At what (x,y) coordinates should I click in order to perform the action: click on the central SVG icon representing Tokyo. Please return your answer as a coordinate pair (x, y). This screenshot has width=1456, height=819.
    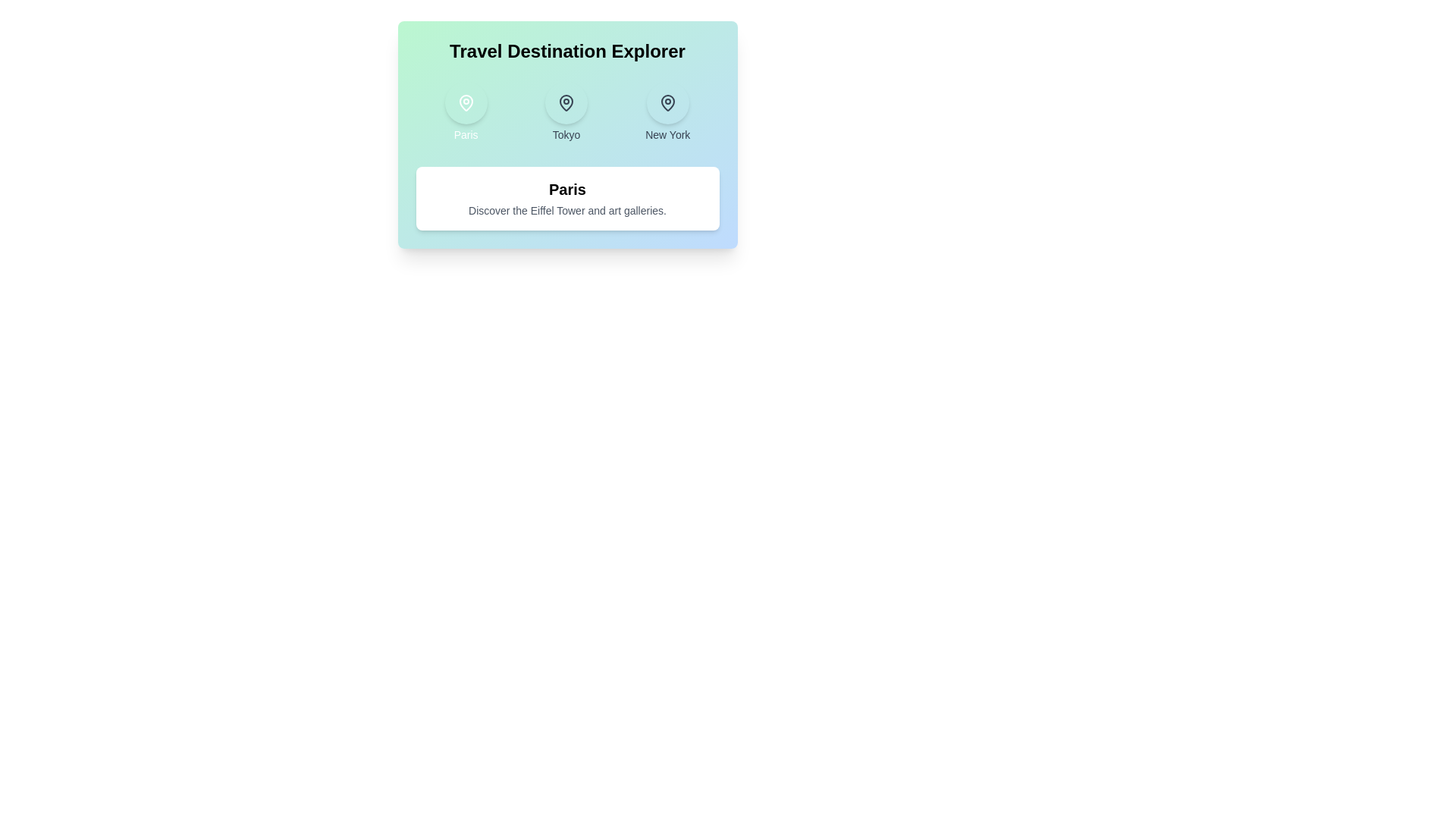
    Looking at the image, I should click on (565, 102).